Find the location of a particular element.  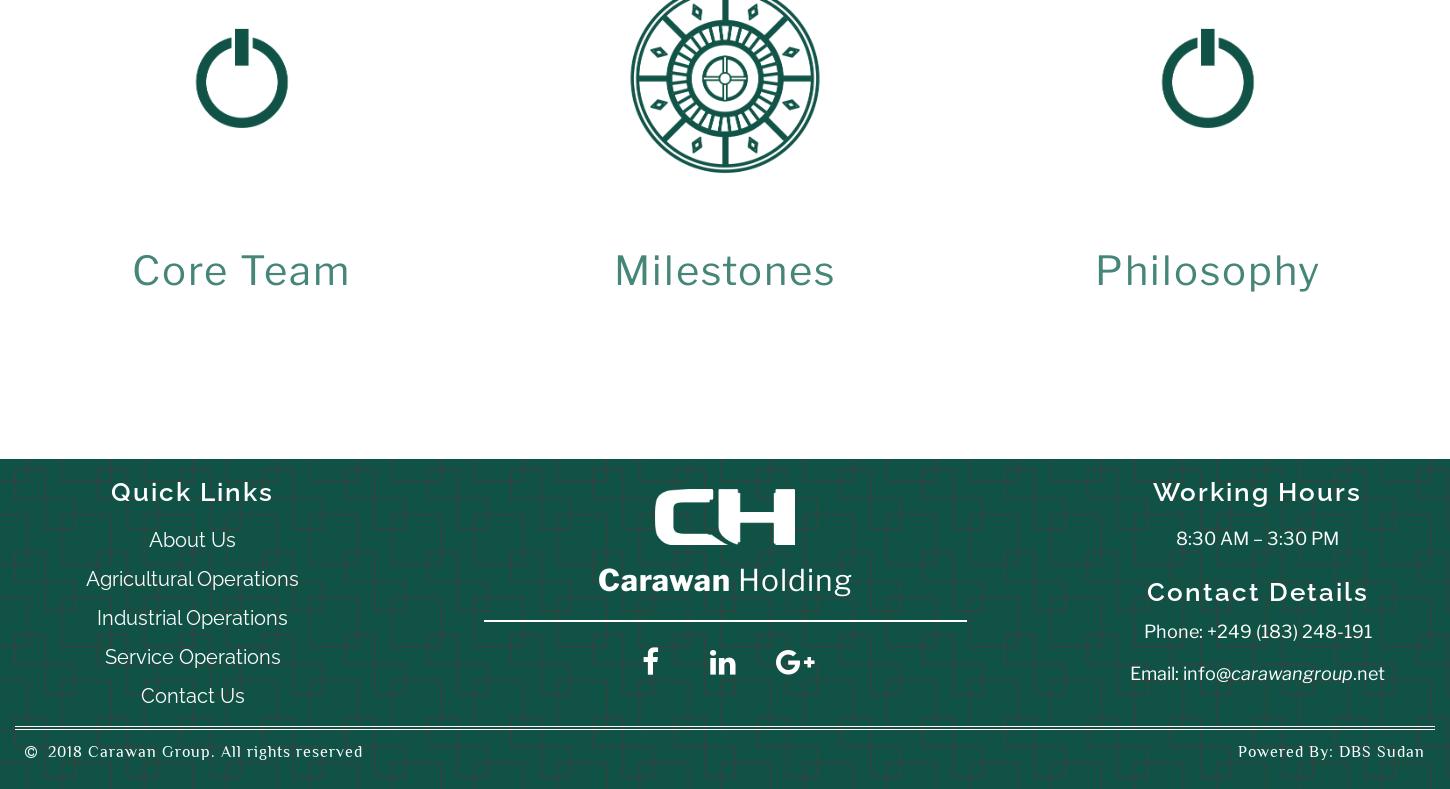

'Philosophy' is located at coordinates (1206, 270).